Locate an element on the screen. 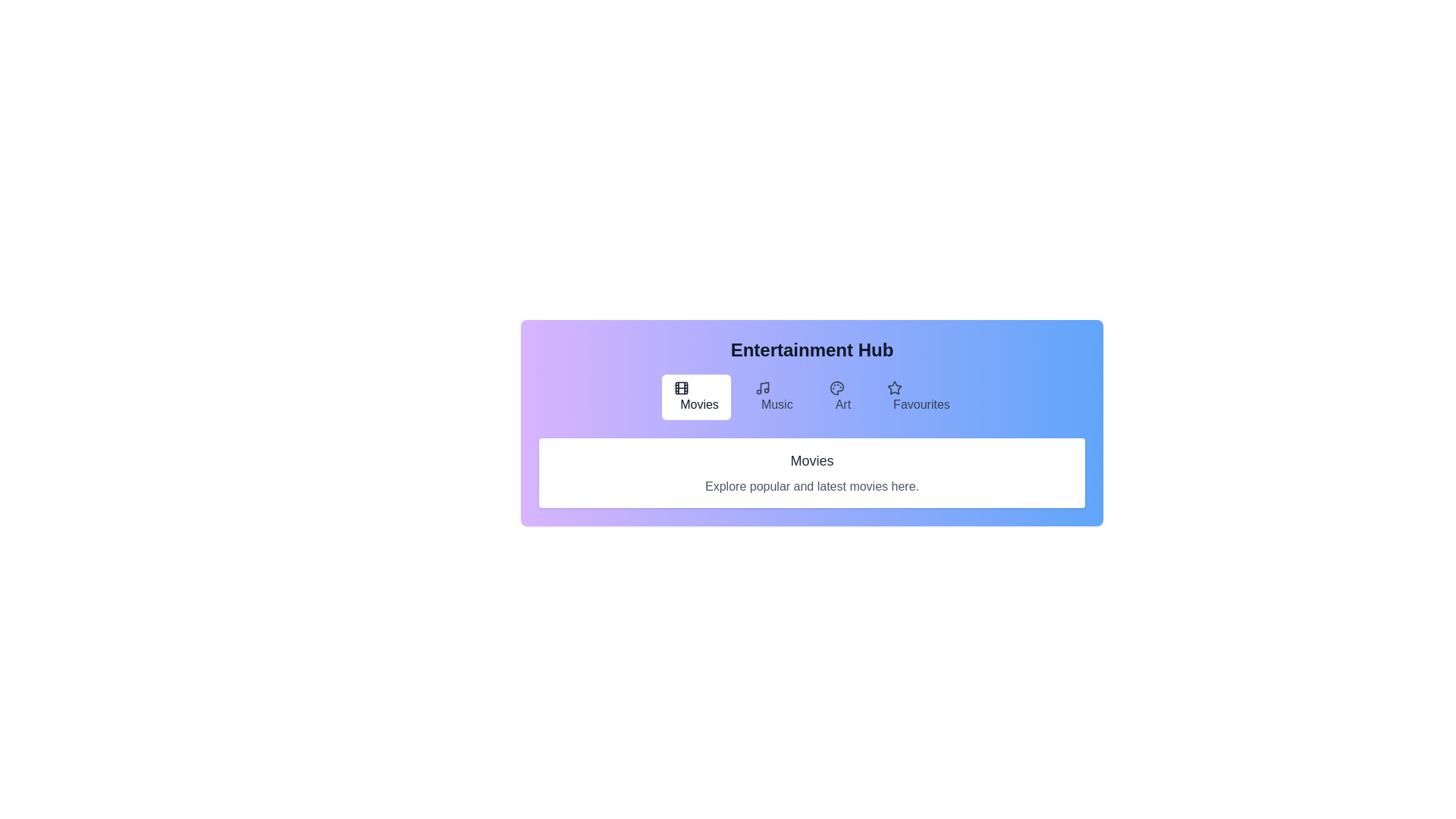 Image resolution: width=1456 pixels, height=819 pixels. the Music tab by clicking on the corresponding tab button is located at coordinates (773, 397).